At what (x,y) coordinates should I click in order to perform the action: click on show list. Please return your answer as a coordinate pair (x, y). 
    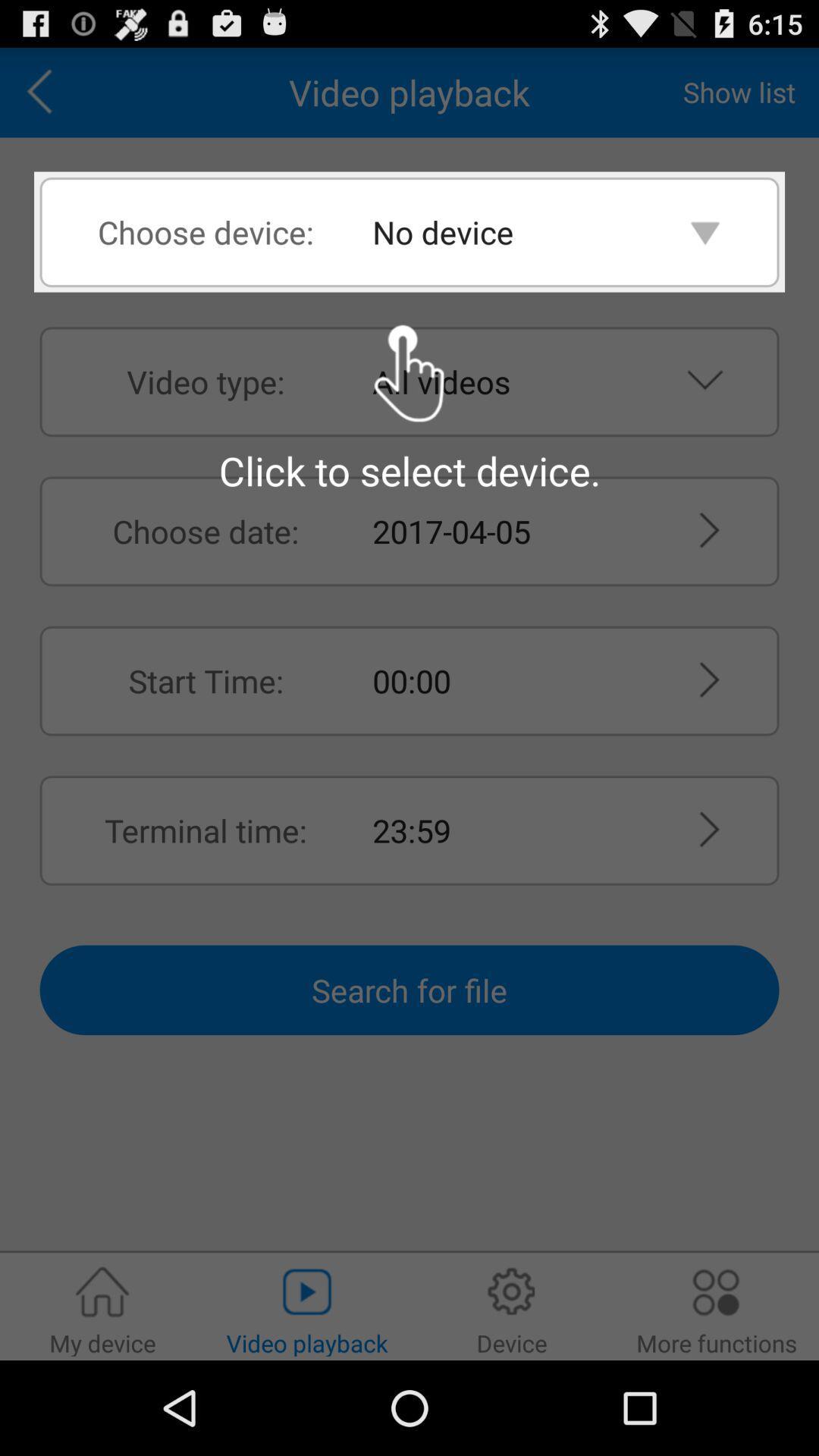
    Looking at the image, I should click on (739, 91).